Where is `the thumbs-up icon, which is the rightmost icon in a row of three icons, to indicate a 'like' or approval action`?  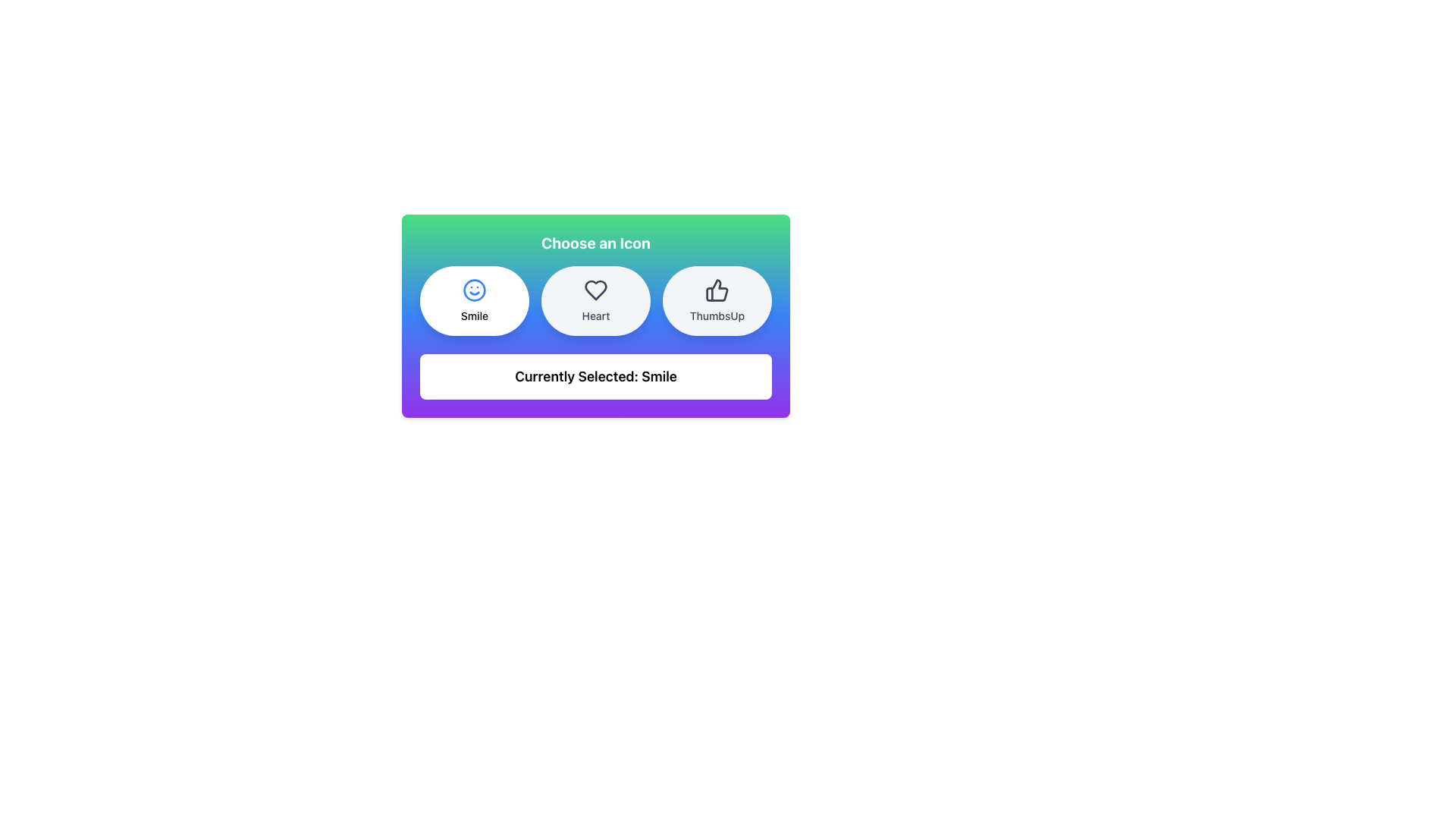
the thumbs-up icon, which is the rightmost icon in a row of three icons, to indicate a 'like' or approval action is located at coordinates (716, 290).